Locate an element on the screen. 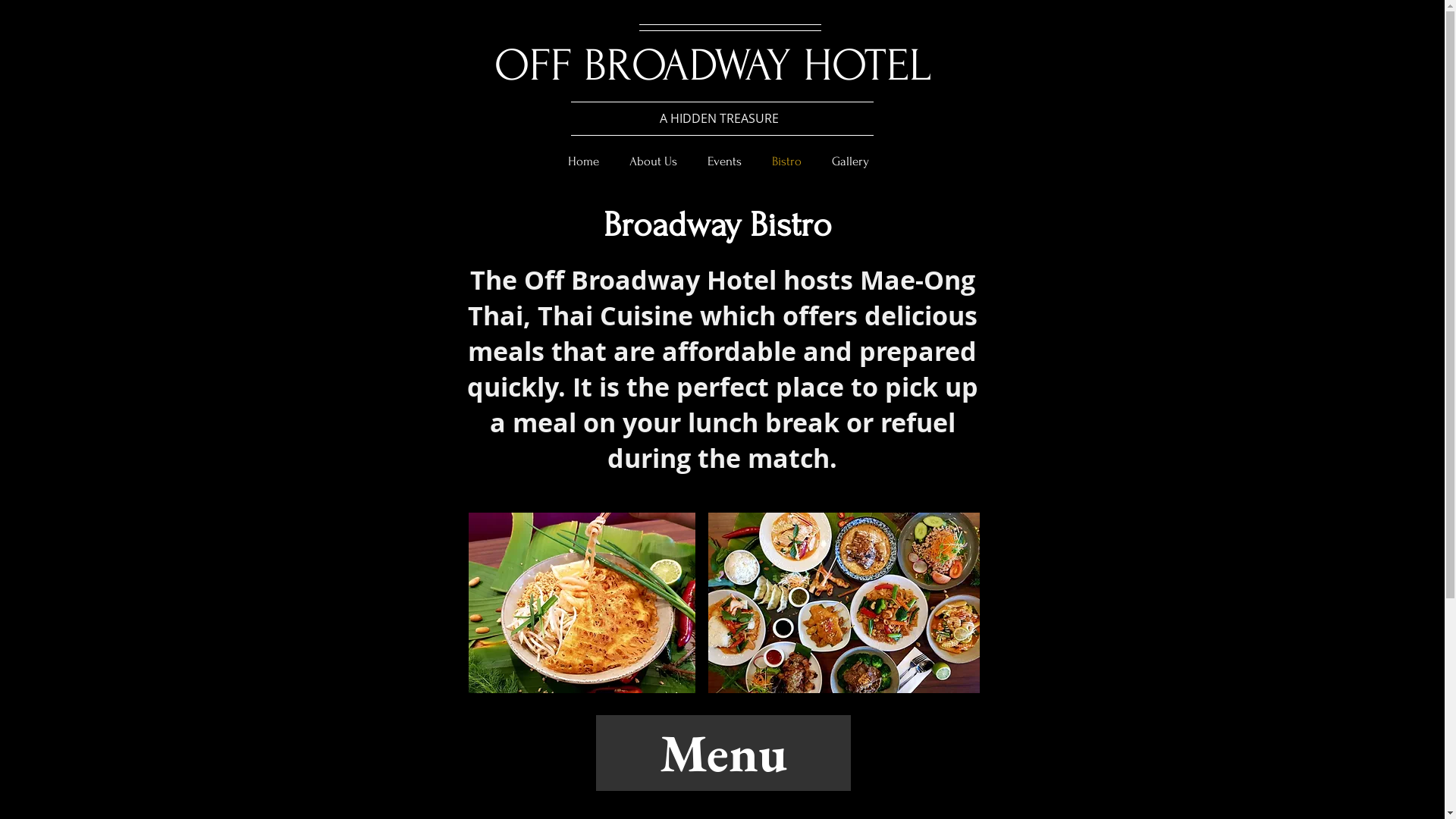 The width and height of the screenshot is (1456, 819). 'Bistro' is located at coordinates (786, 161).